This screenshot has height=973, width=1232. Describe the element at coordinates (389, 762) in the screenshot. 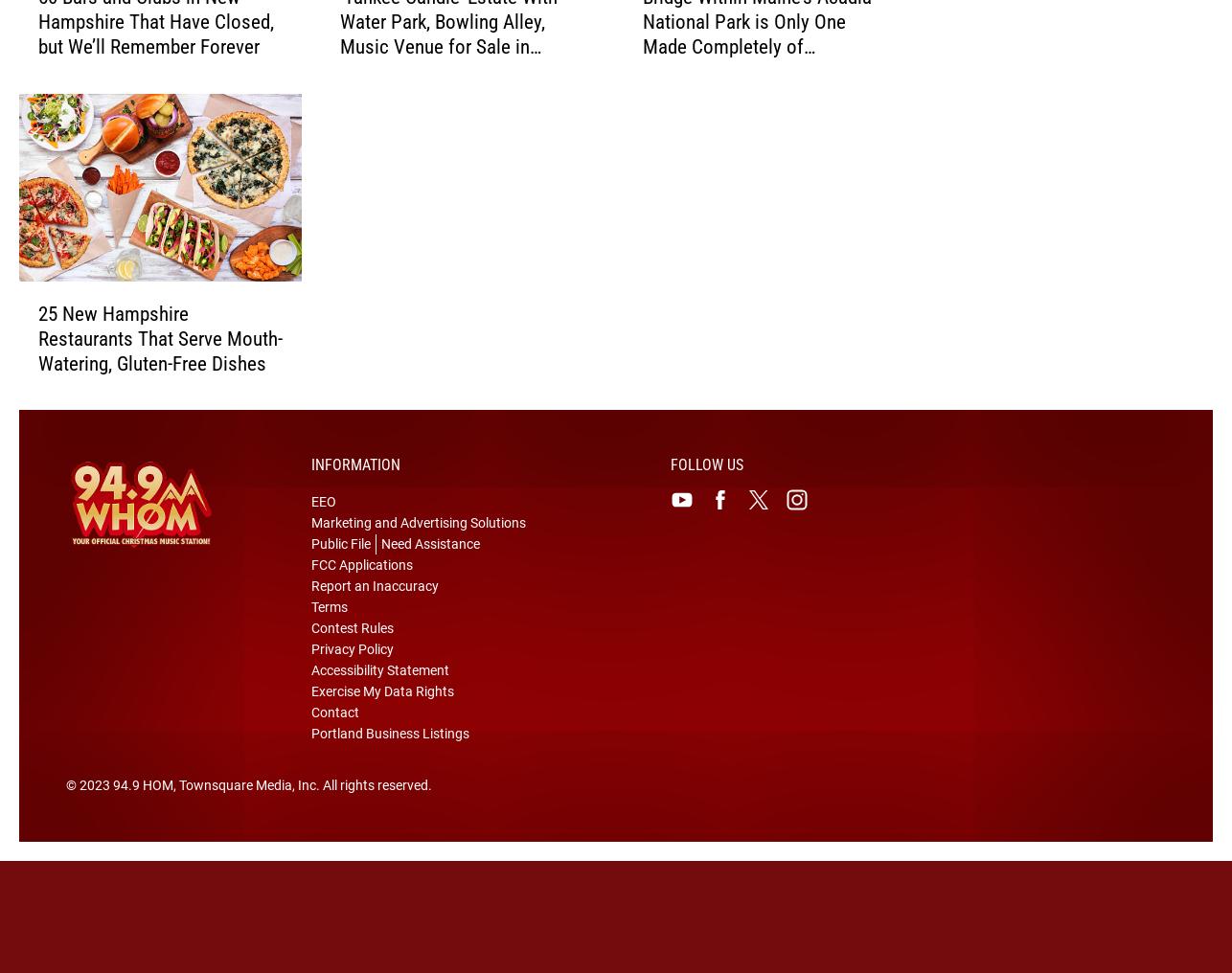

I see `'Portland Business Listings'` at that location.